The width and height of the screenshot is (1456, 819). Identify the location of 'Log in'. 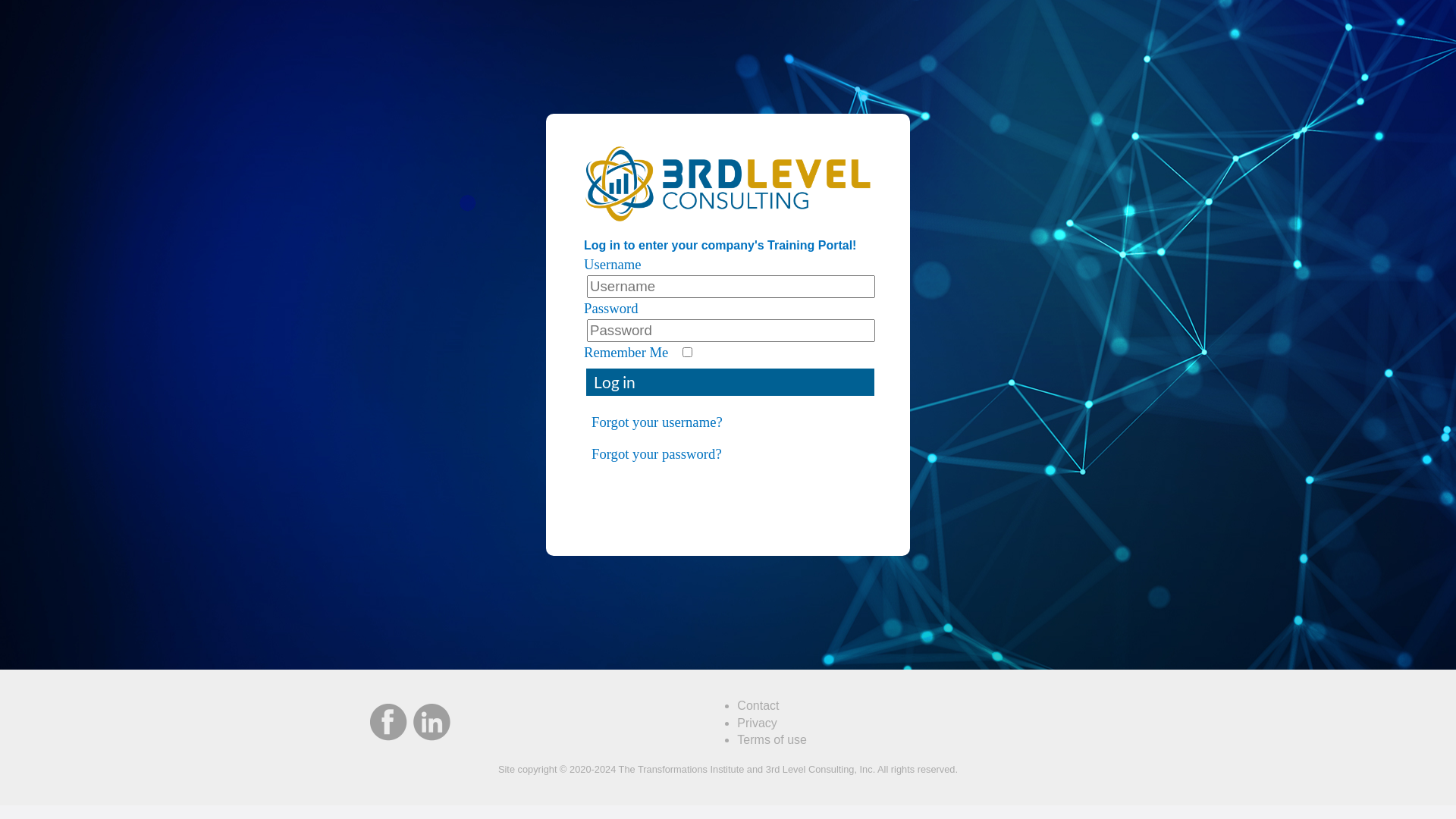
(730, 381).